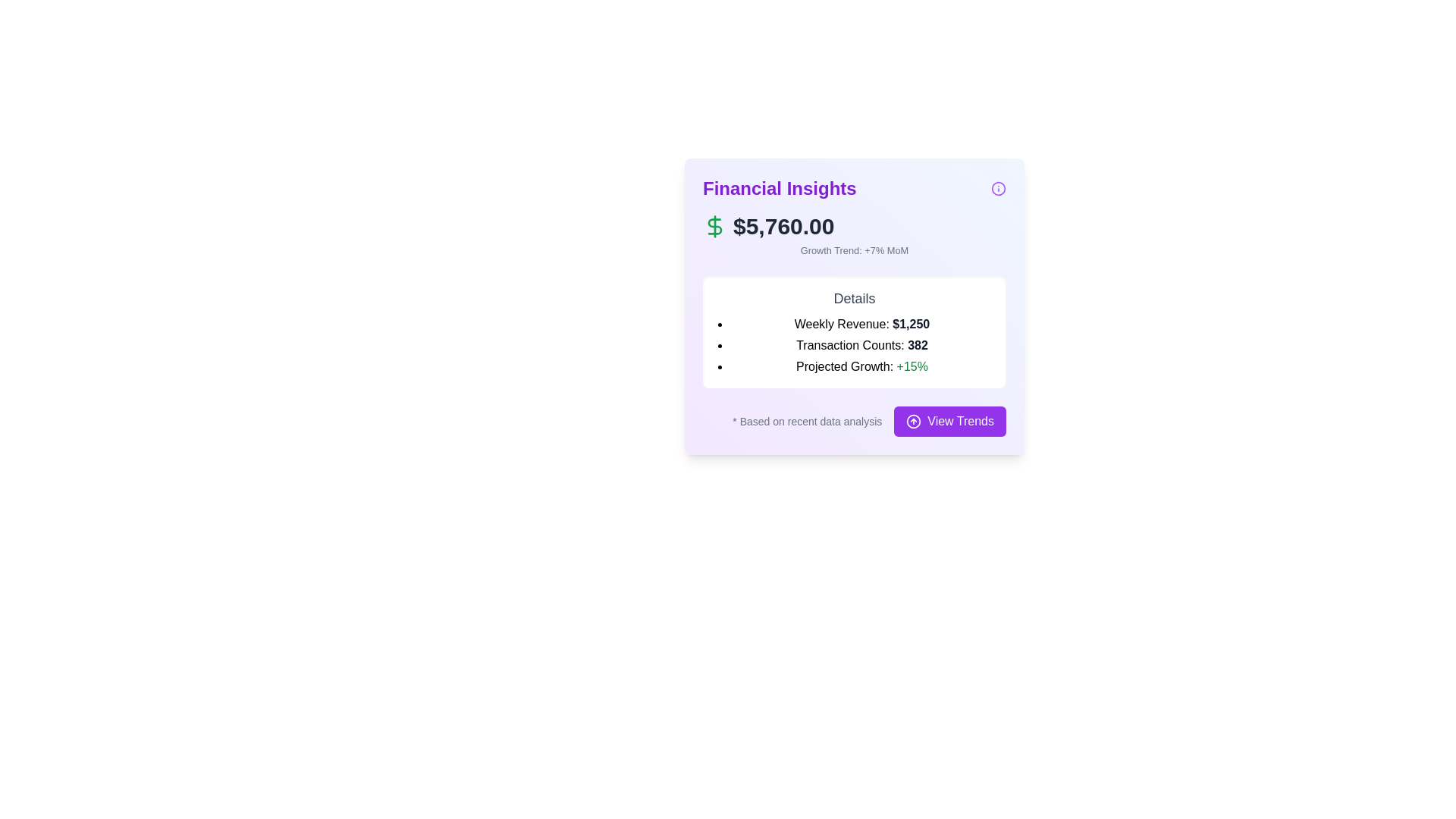 This screenshot has height=819, width=1456. What do you see at coordinates (998, 188) in the screenshot?
I see `the circular SVG icon with a purple border and white fill, located at the upper-right corner of the 'Financial Insights' card interface` at bounding box center [998, 188].